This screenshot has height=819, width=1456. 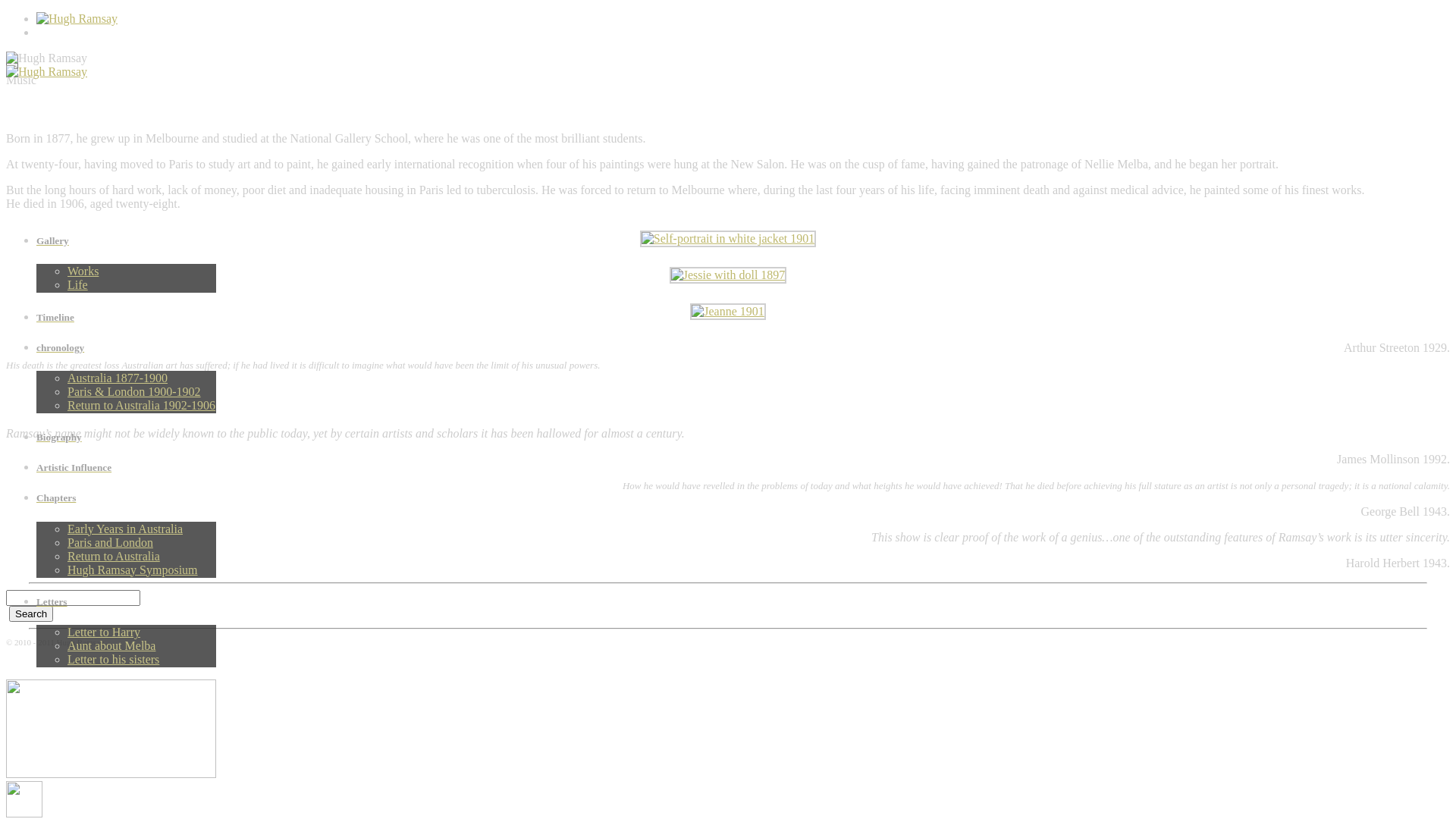 I want to click on 'Biography', so click(x=126, y=438).